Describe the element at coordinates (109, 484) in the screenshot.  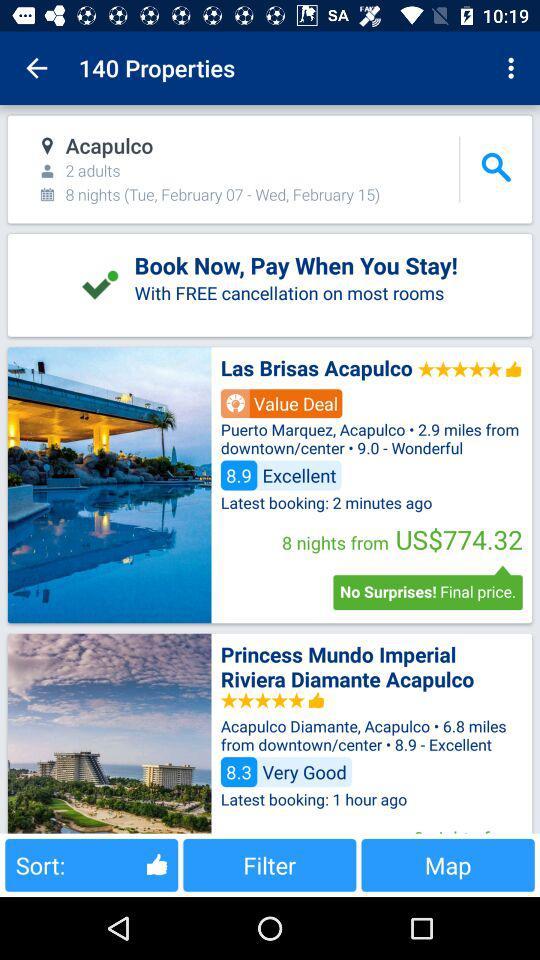
I see `image` at that location.